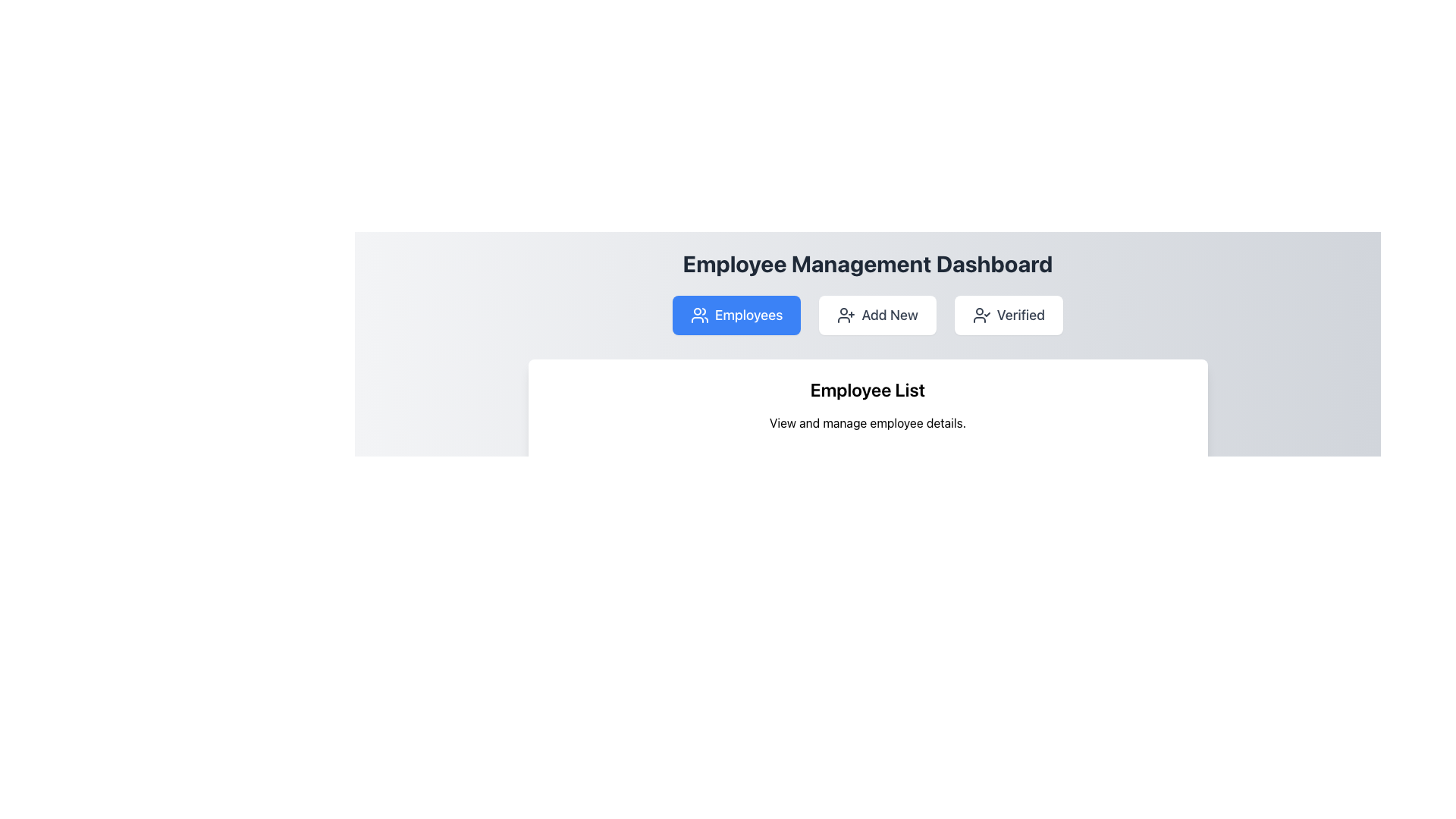 This screenshot has width=1456, height=819. Describe the element at coordinates (877, 315) in the screenshot. I see `the 'Add New' button, which is the second button in a horizontal layout between 'Employees' and 'Verified' options` at that location.